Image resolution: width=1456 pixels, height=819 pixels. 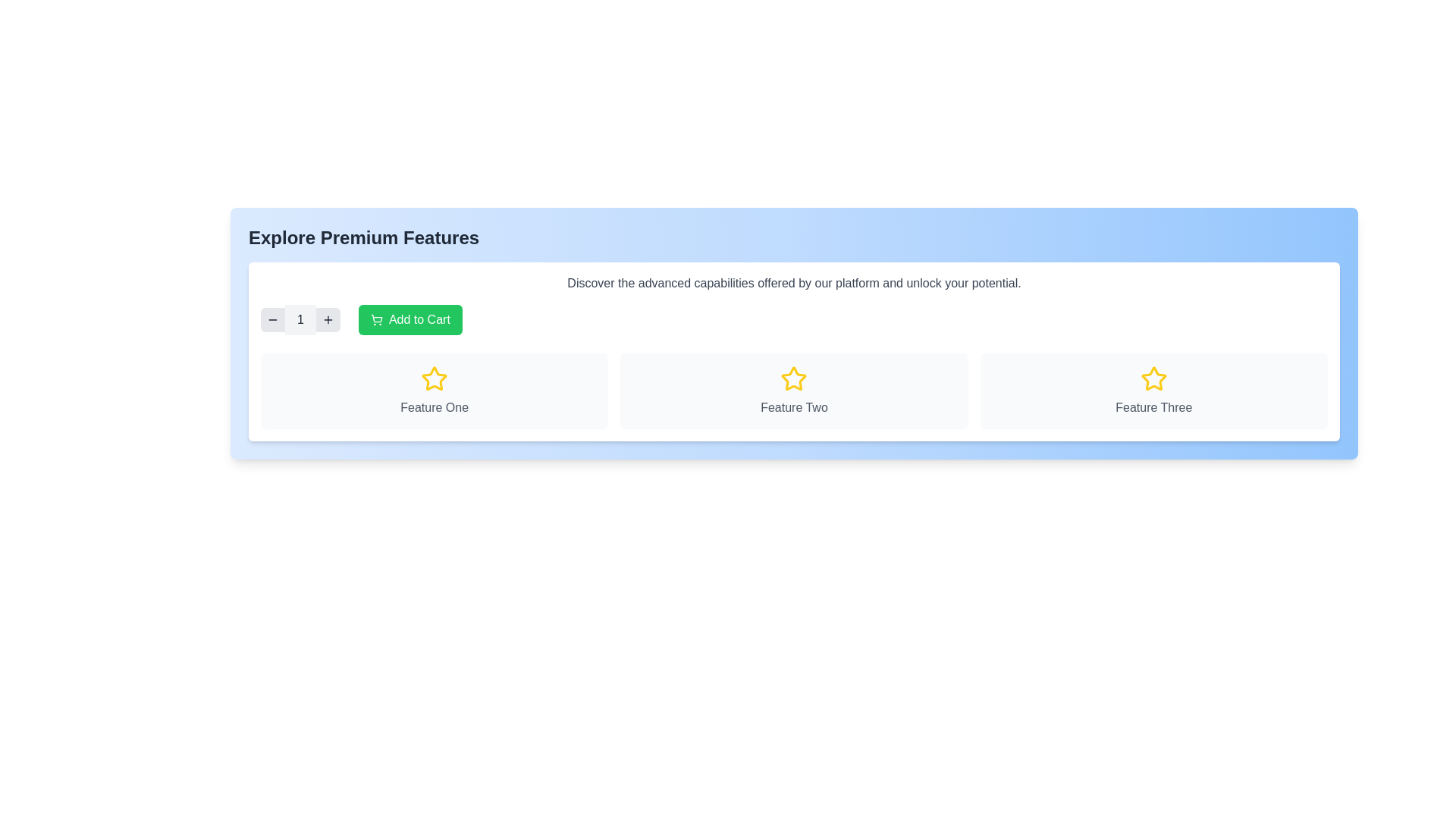 I want to click on the rectangular button with a light gray background and rounded left corners, featuring a horizontal minus icon, to decrement the value, so click(x=273, y=318).